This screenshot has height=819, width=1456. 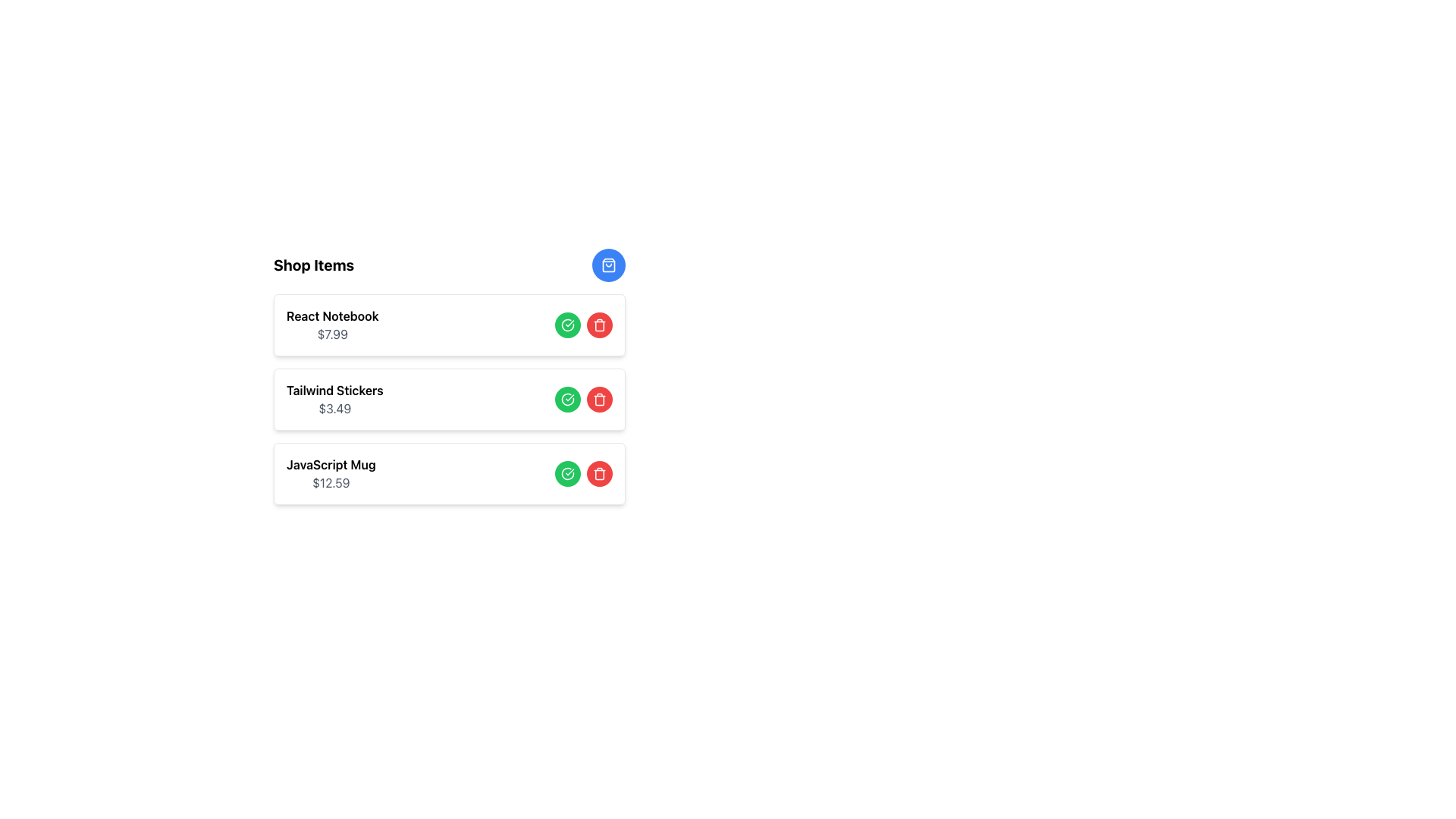 What do you see at coordinates (334, 399) in the screenshot?
I see `the static text display that shows the name and price of the second product entry in a vertically arranged list, located slightly below the midpoint on the left side of the interface` at bounding box center [334, 399].